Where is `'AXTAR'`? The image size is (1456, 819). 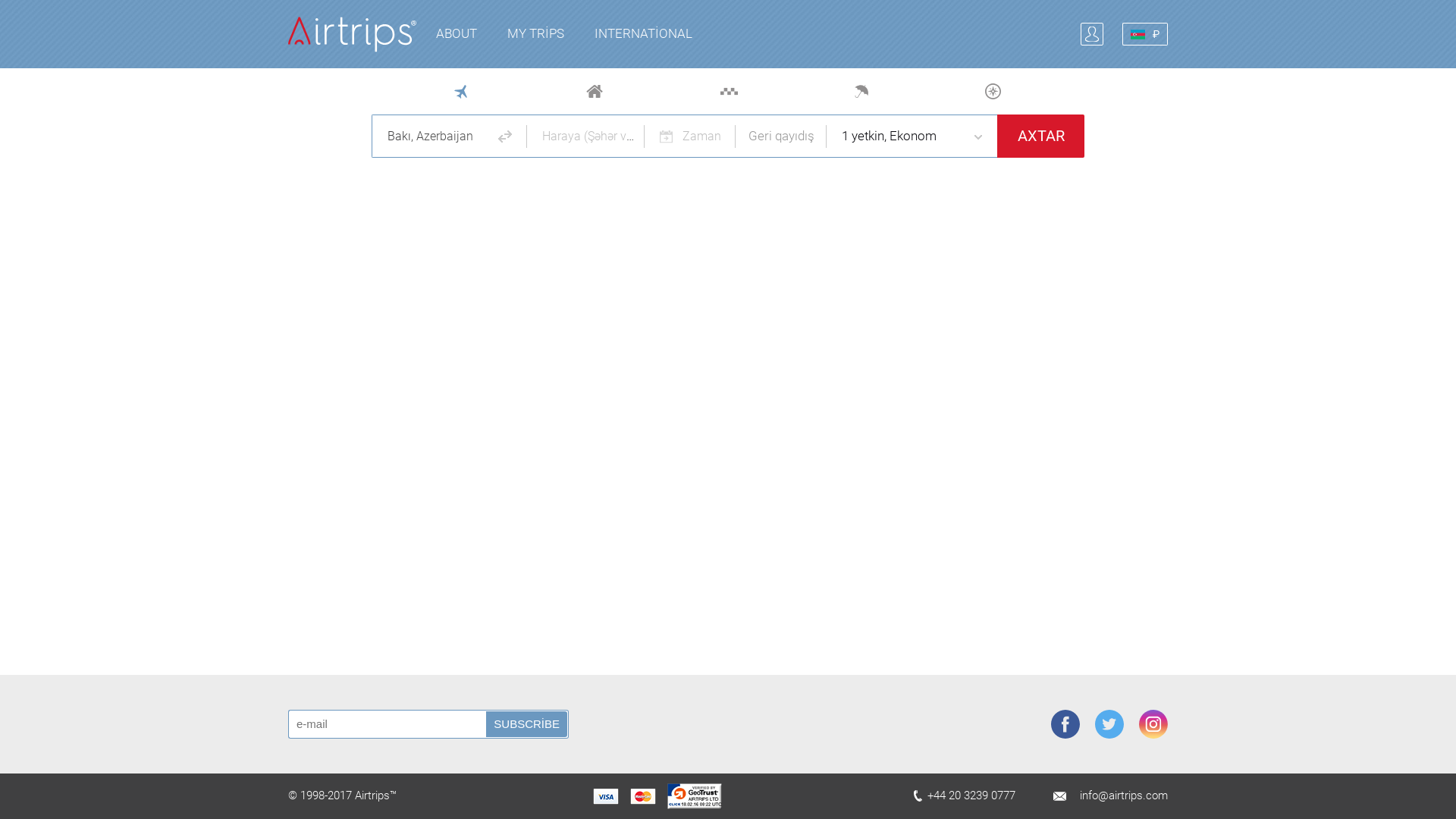 'AXTAR' is located at coordinates (1040, 135).